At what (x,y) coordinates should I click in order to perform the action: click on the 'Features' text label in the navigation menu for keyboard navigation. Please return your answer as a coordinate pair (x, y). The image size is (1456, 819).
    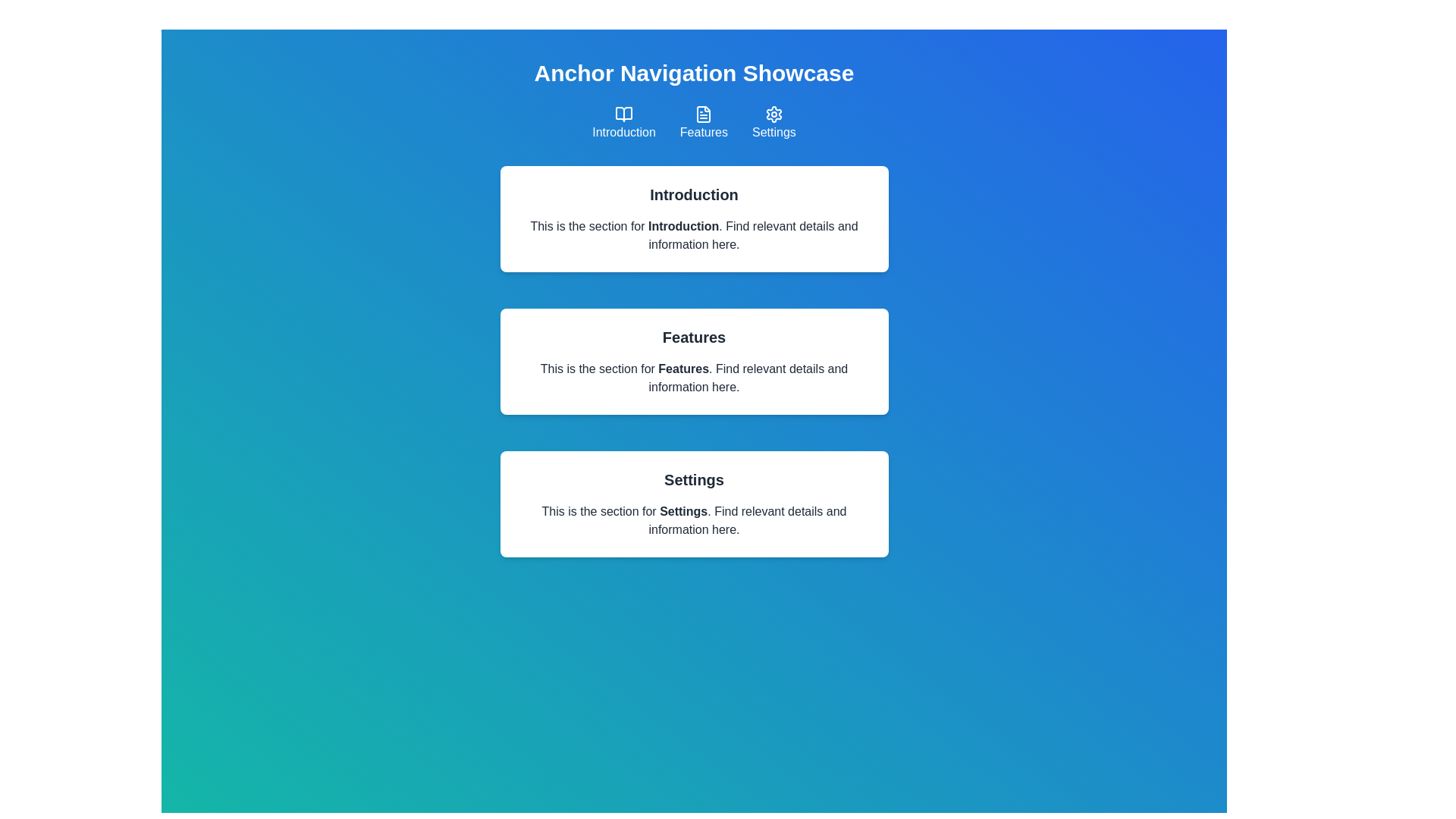
    Looking at the image, I should click on (703, 131).